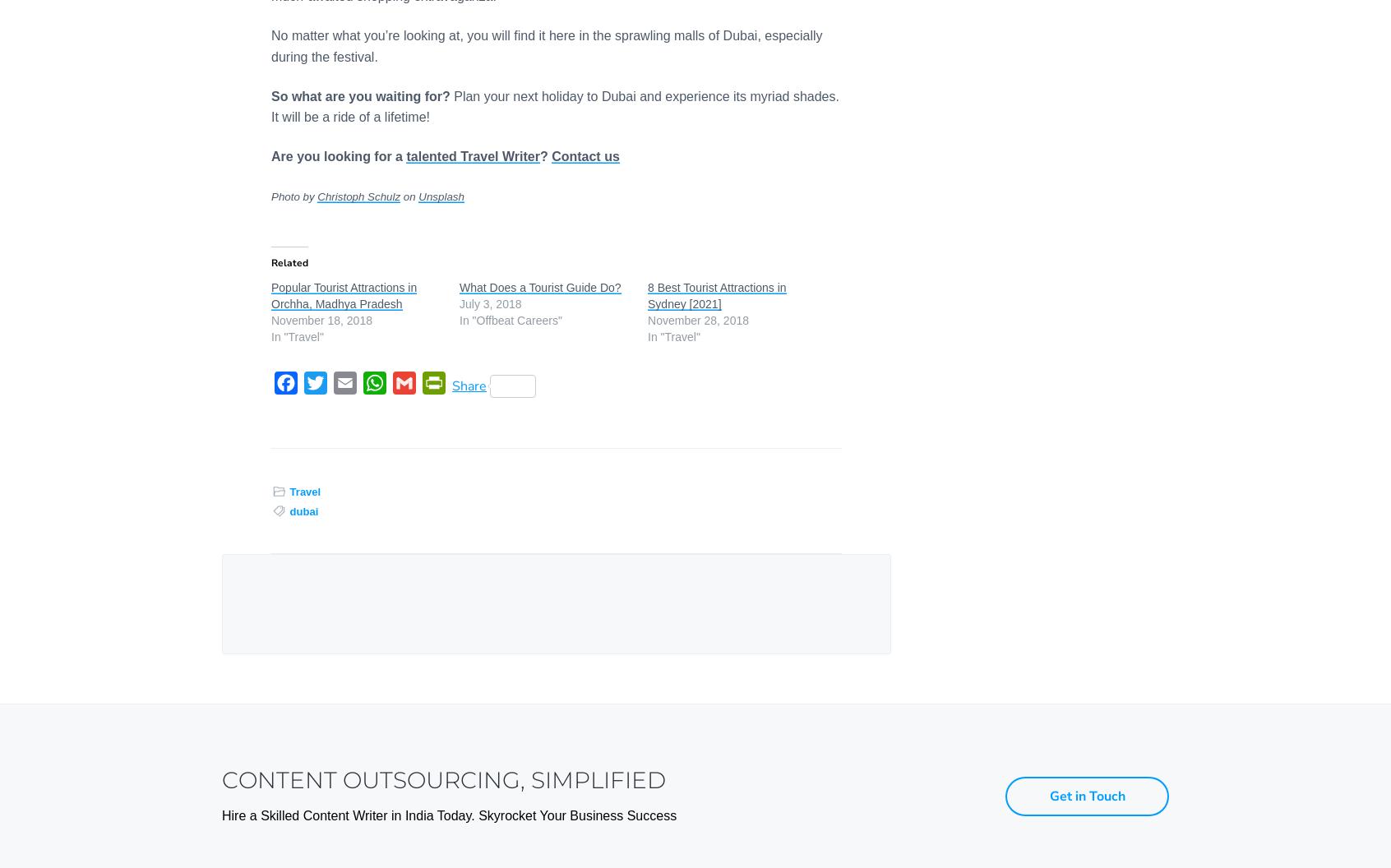 The height and width of the screenshot is (868, 1391). What do you see at coordinates (469, 386) in the screenshot?
I see `'Share'` at bounding box center [469, 386].